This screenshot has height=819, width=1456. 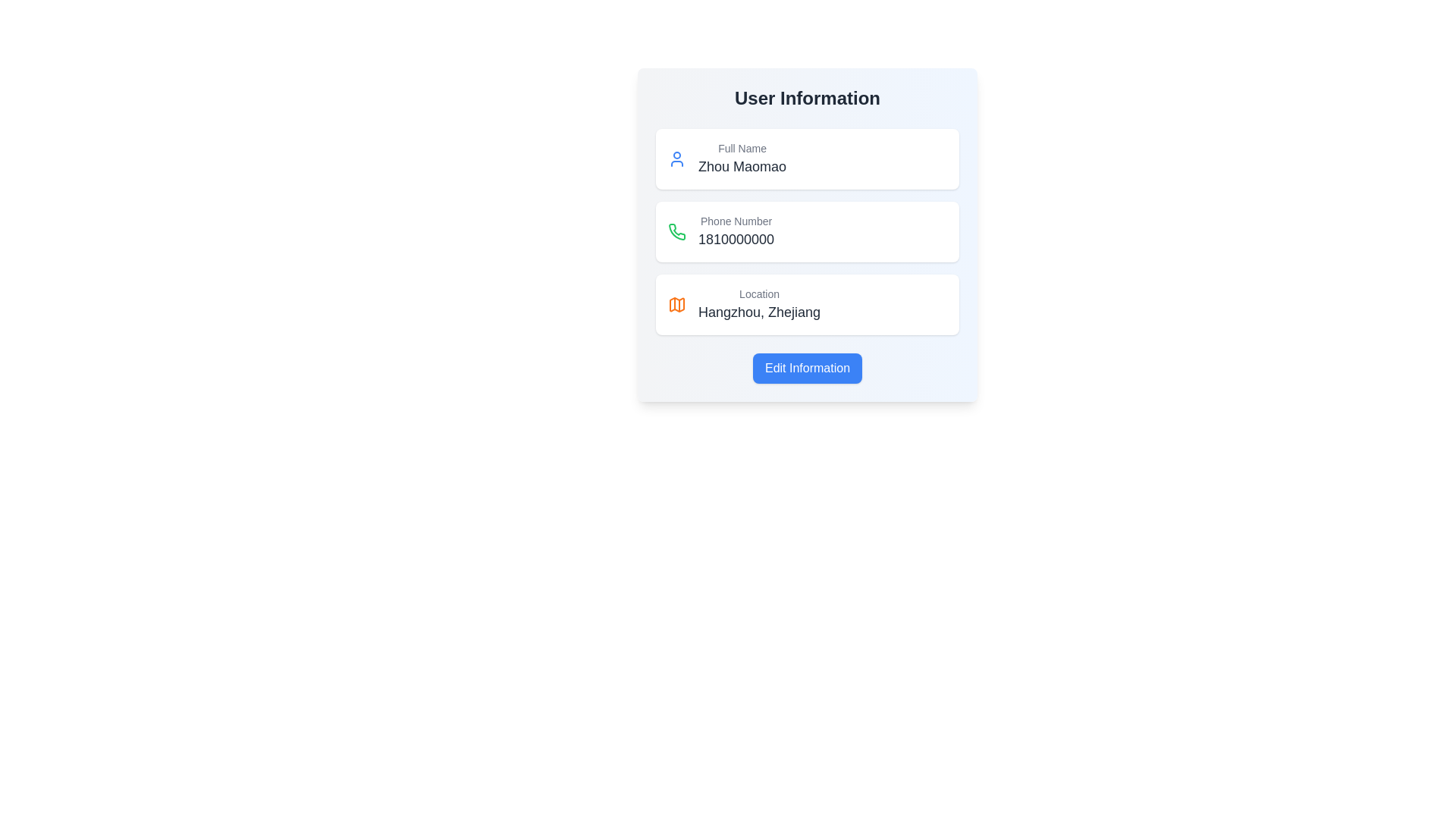 What do you see at coordinates (742, 149) in the screenshot?
I see `the label indicating the full name that is part of the User Information section, positioned above the value 'Zhou Maomao'` at bounding box center [742, 149].